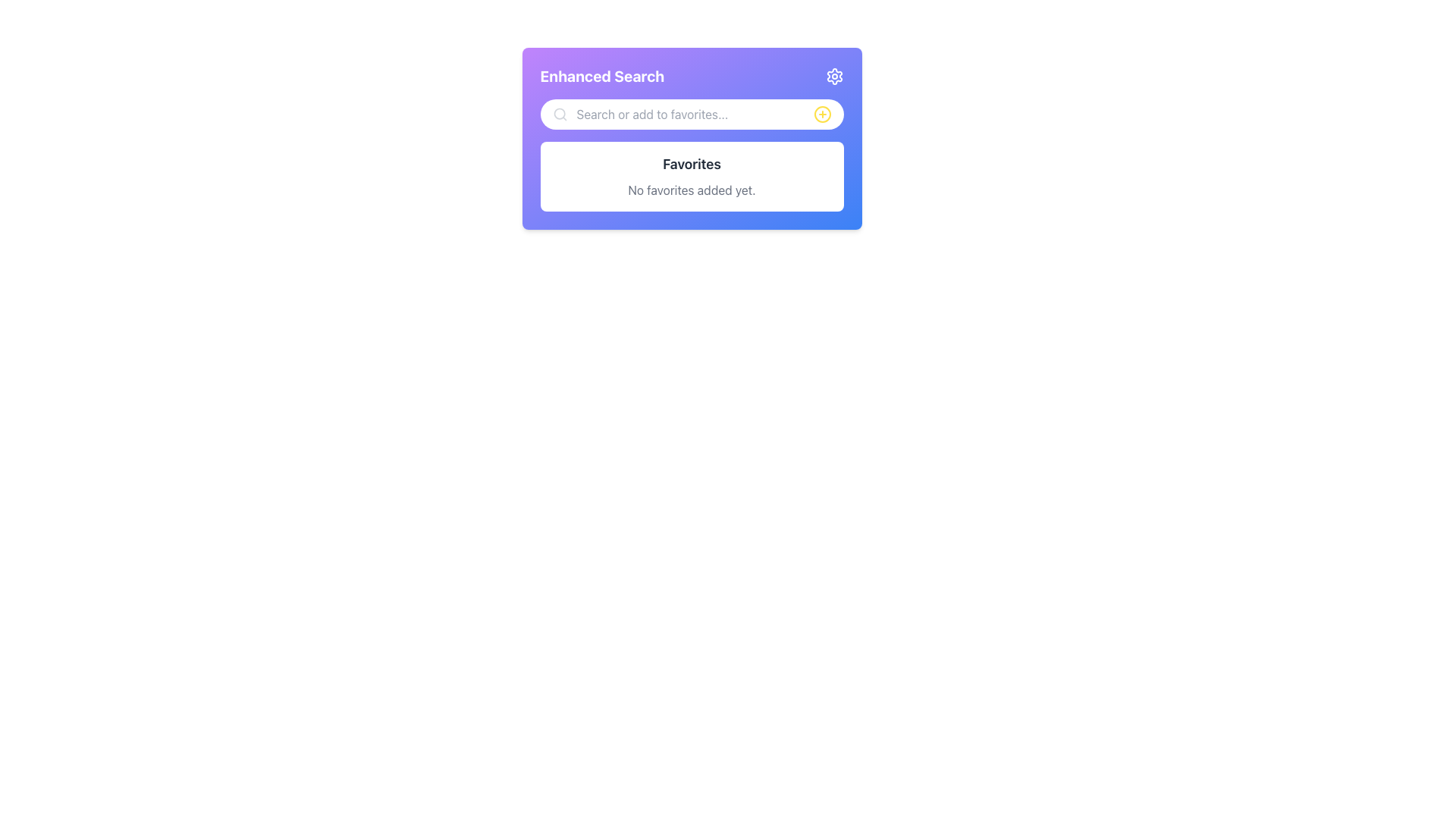 Image resolution: width=1456 pixels, height=819 pixels. What do you see at coordinates (601, 76) in the screenshot?
I see `the text label that reads 'Enhanced Search', which is displayed in a bold and large font with a white color over a gradient background` at bounding box center [601, 76].